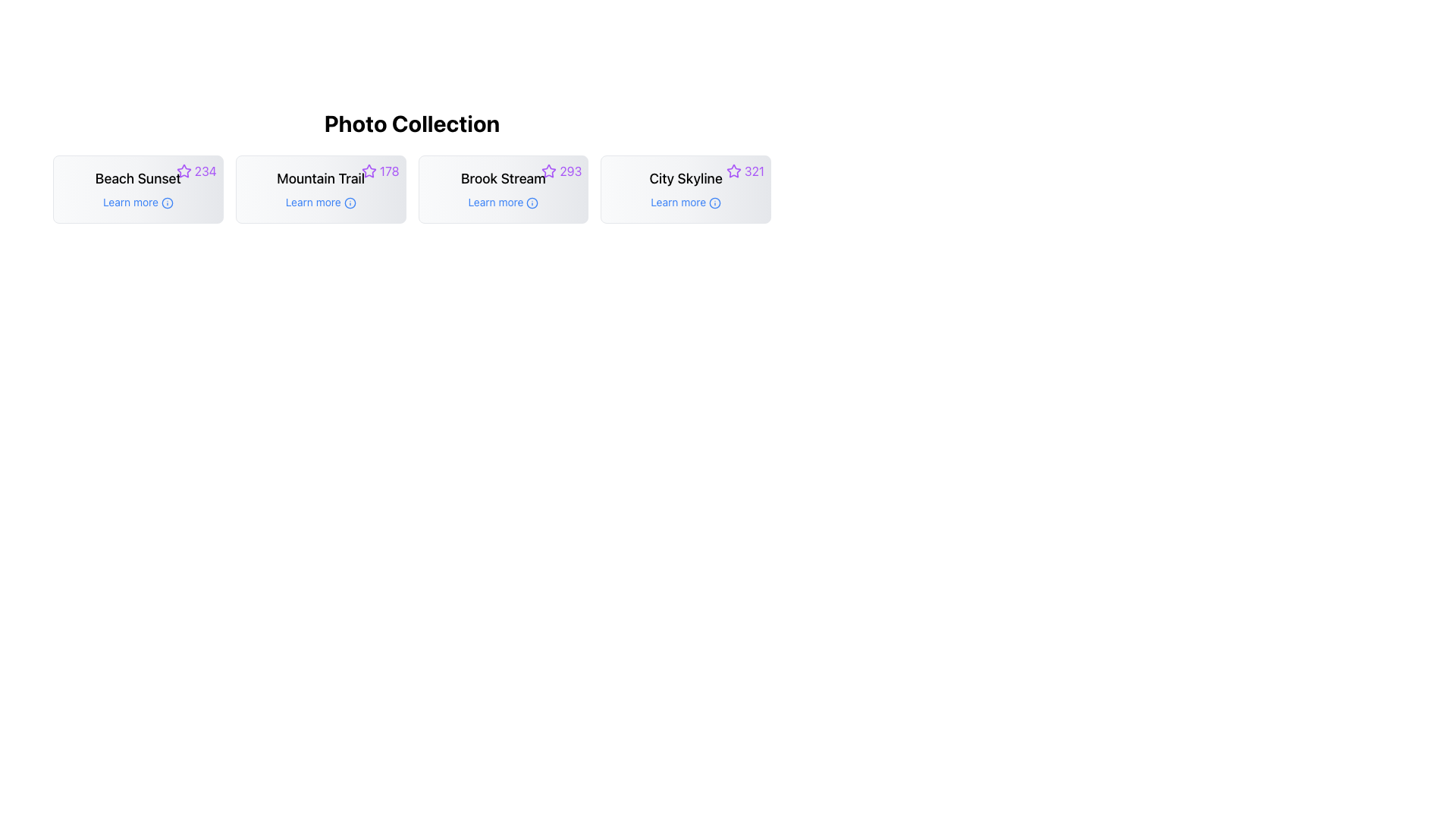 This screenshot has height=819, width=1456. Describe the element at coordinates (320, 201) in the screenshot. I see `the hyperlink icon next to the 'Learn more' text in the second card from the left, below the 'Mountain Trail' title` at that location.